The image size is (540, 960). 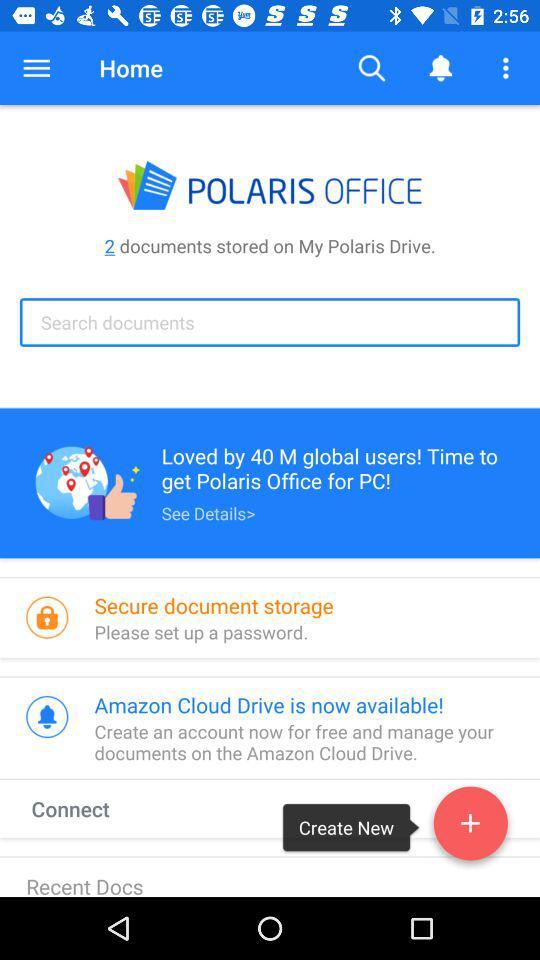 I want to click on add the icon to create new details, so click(x=470, y=827).